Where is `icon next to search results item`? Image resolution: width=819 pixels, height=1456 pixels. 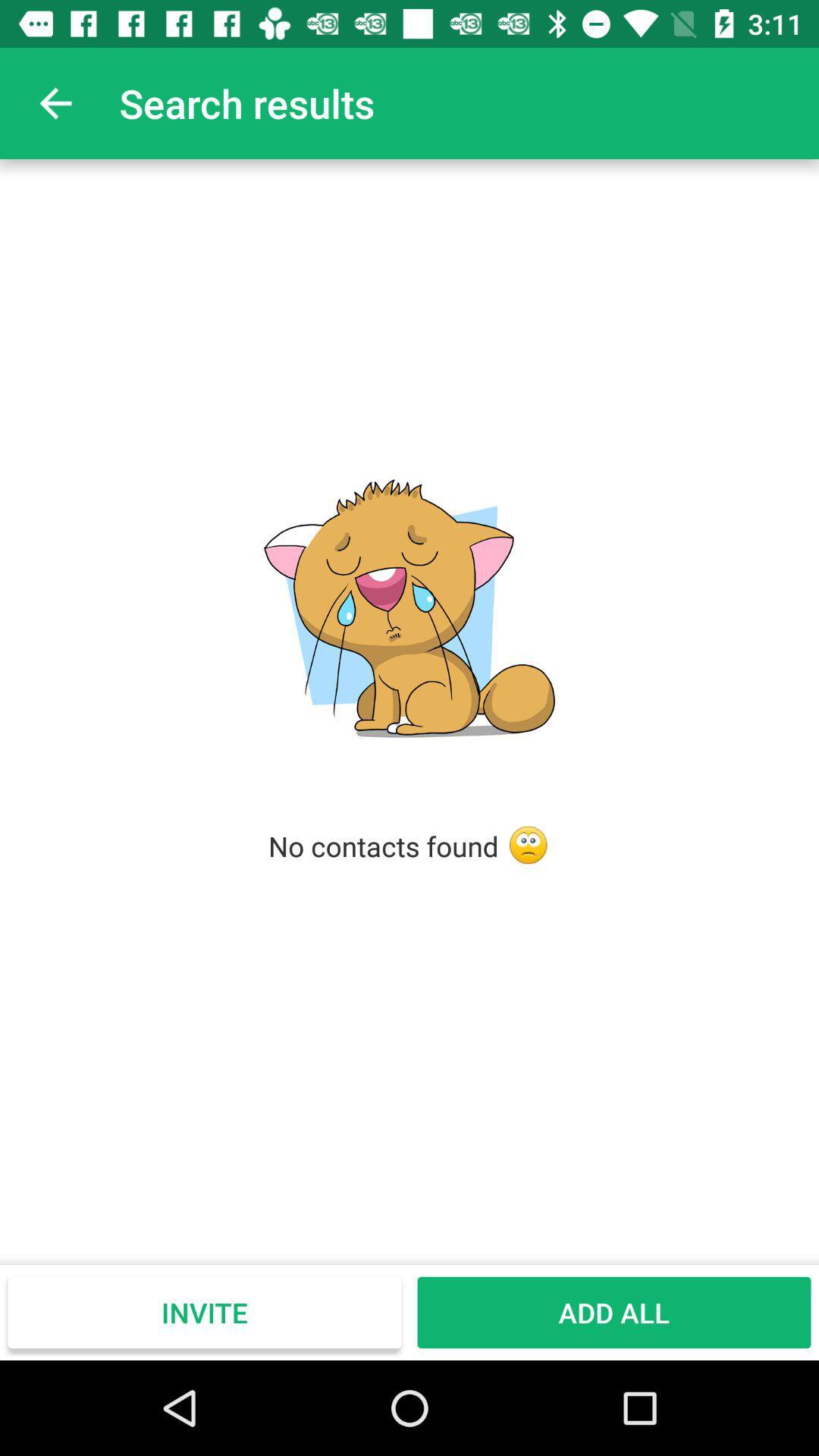
icon next to search results item is located at coordinates (55, 102).